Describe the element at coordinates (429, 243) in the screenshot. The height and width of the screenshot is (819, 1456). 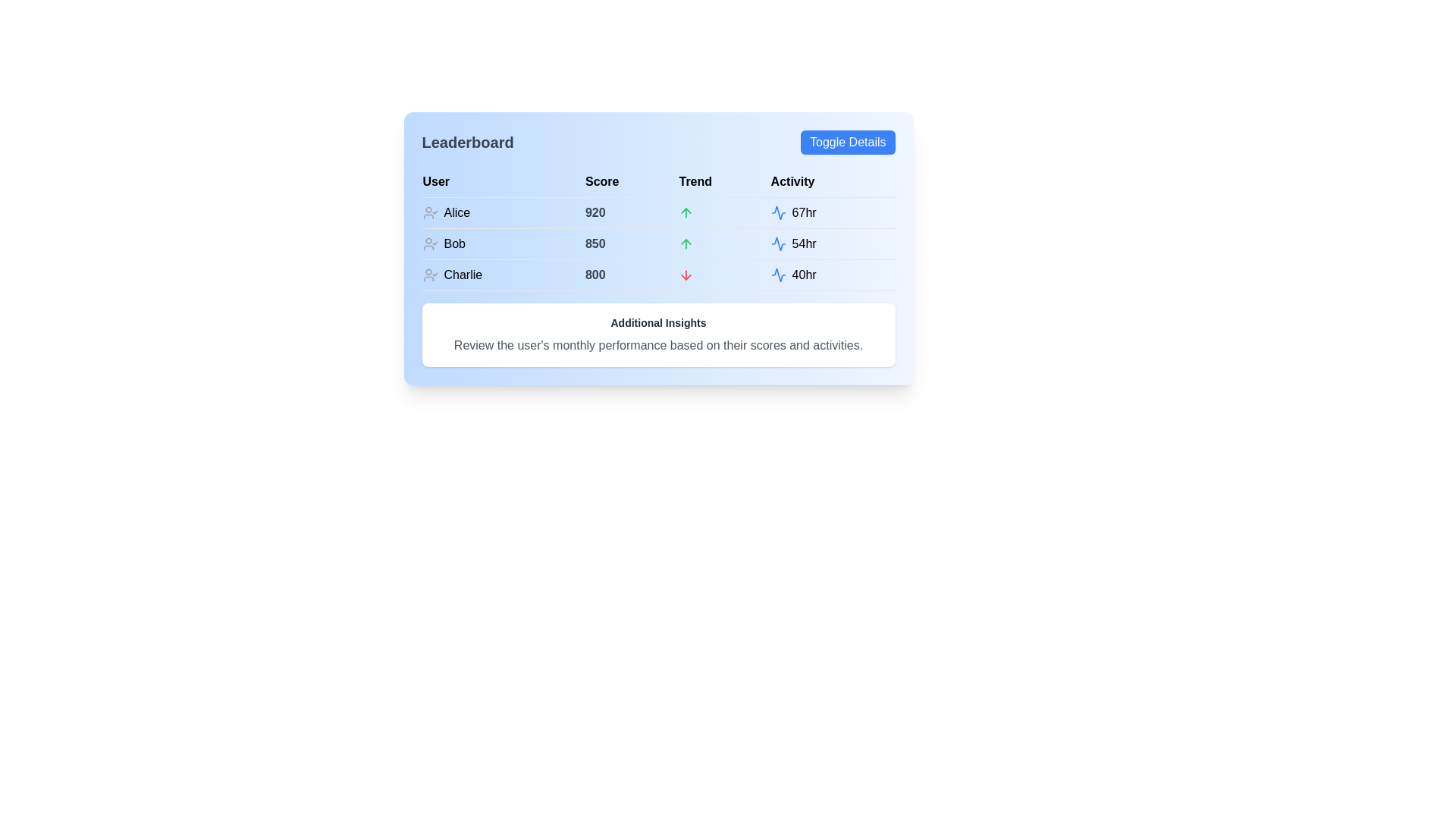
I see `the user 'Bob' icon in the leaderboard, which is positioned adjacent to the name 'Bob' and is the first icon on the left` at that location.